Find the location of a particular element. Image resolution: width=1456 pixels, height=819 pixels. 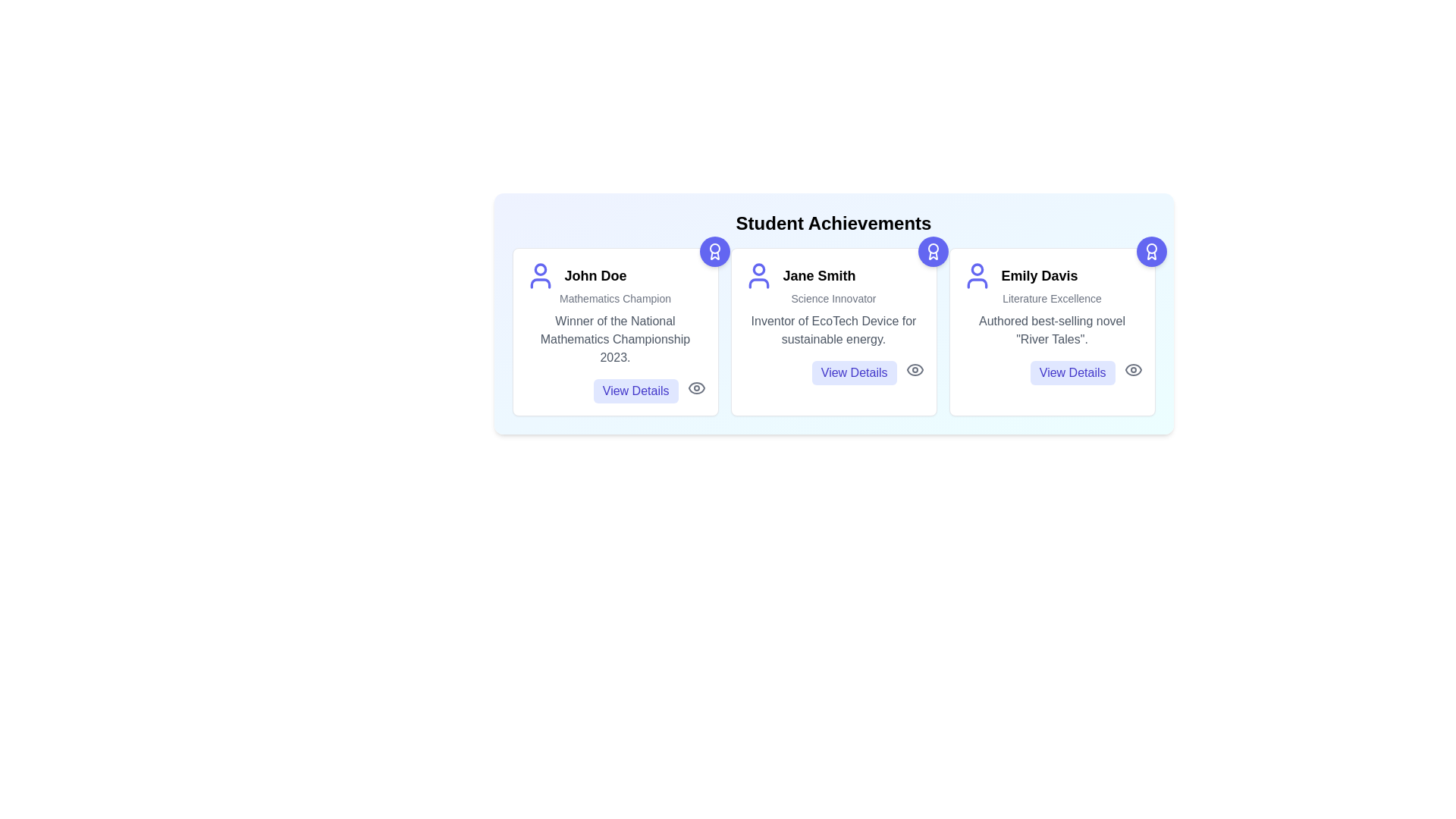

the text of the achievement description for John Doe is located at coordinates (615, 338).